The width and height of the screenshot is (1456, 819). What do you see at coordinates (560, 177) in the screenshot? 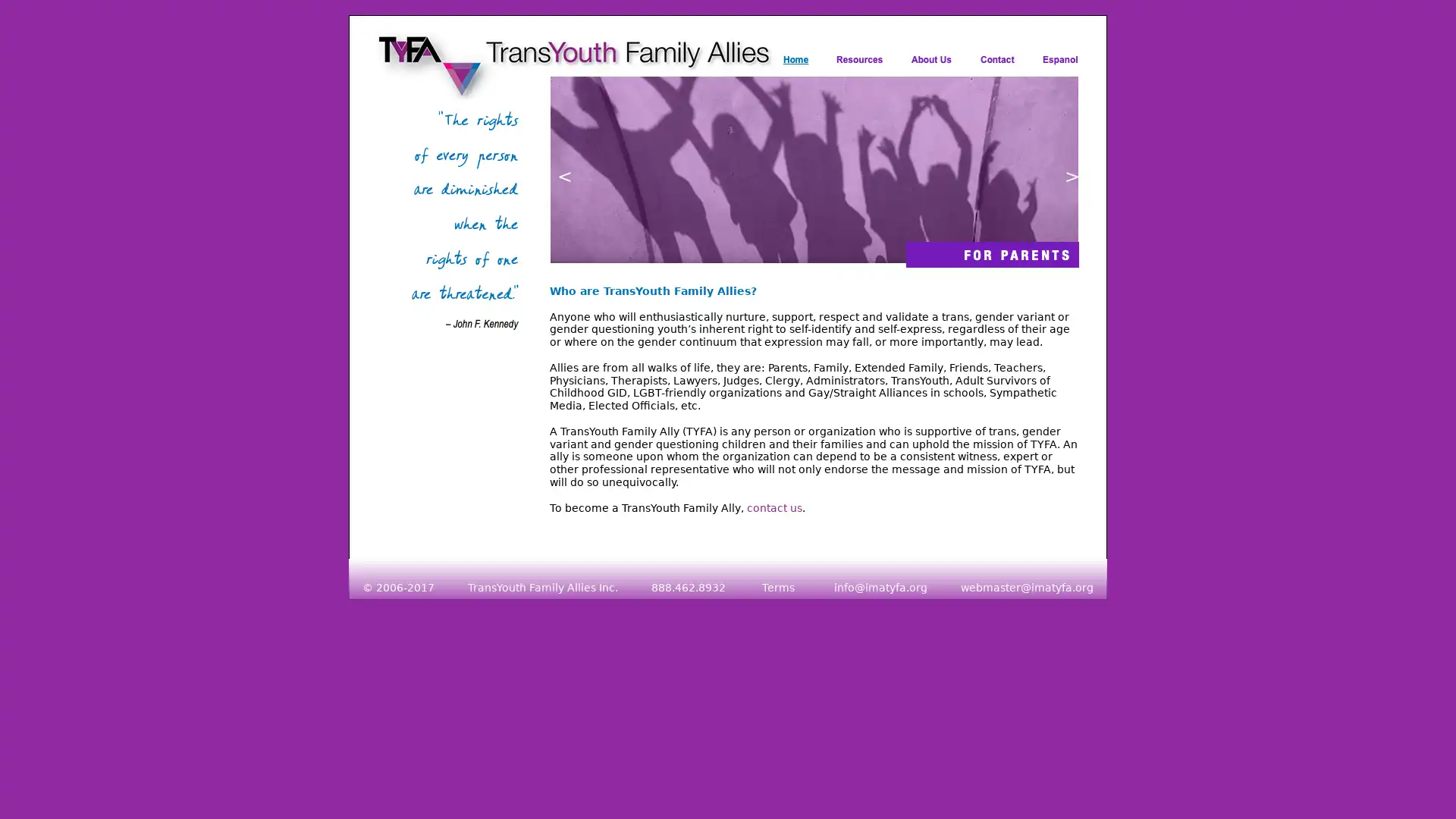
I see `previous` at bounding box center [560, 177].